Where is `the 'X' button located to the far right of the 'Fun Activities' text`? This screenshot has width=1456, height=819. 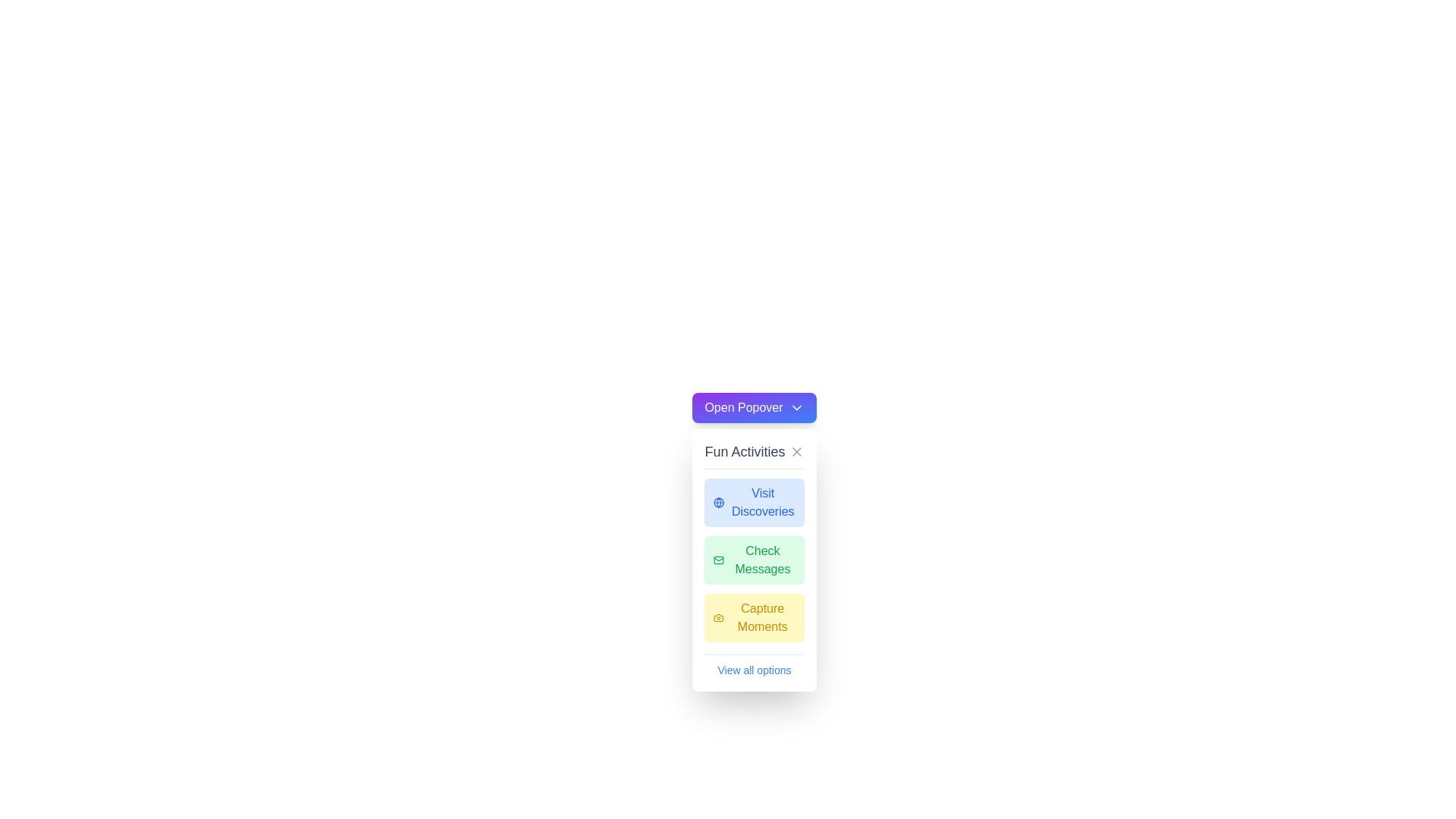
the 'X' button located to the far right of the 'Fun Activities' text is located at coordinates (795, 451).